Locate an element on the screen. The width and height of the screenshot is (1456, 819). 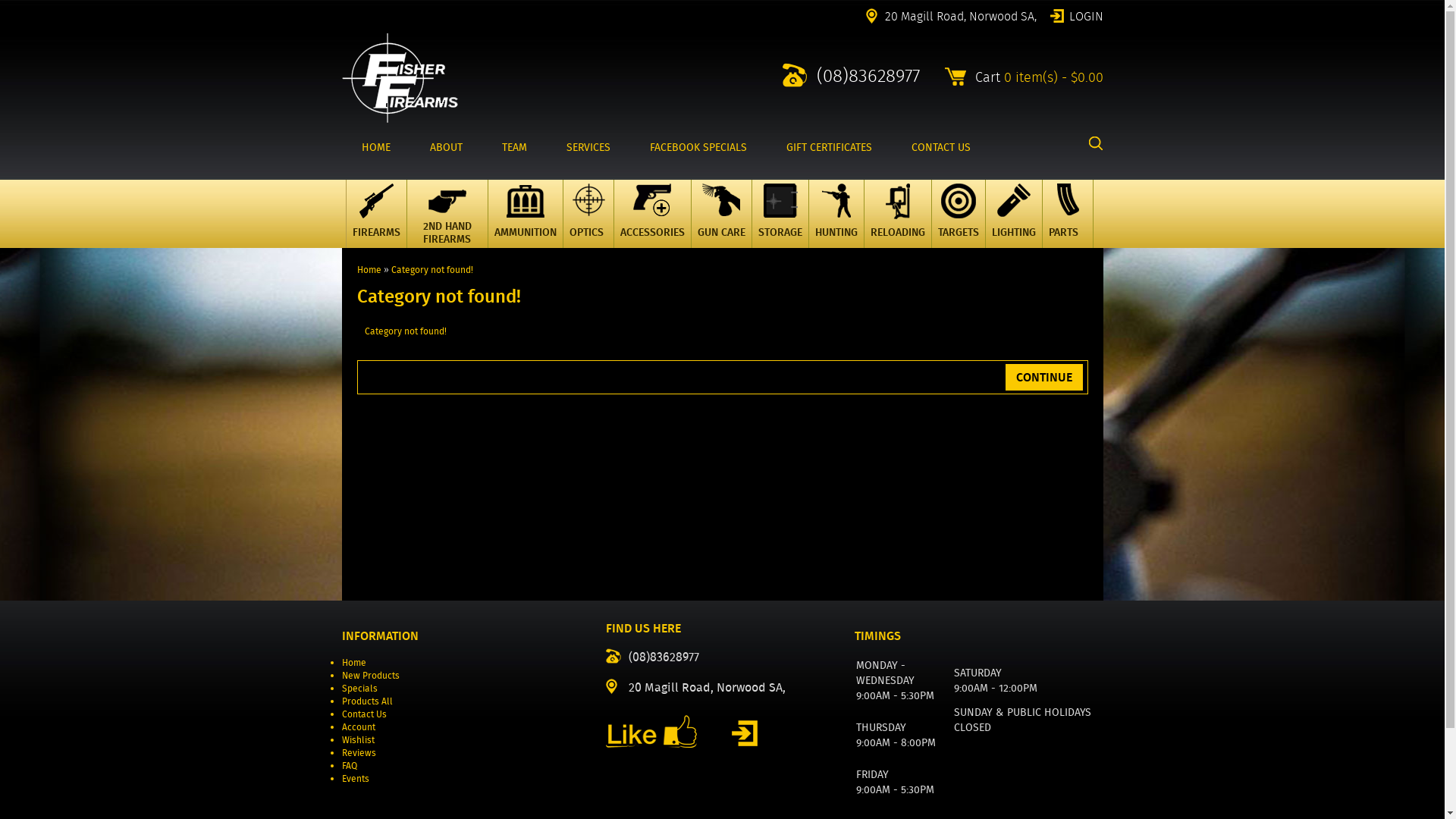
'Parts' is located at coordinates (1065, 223).